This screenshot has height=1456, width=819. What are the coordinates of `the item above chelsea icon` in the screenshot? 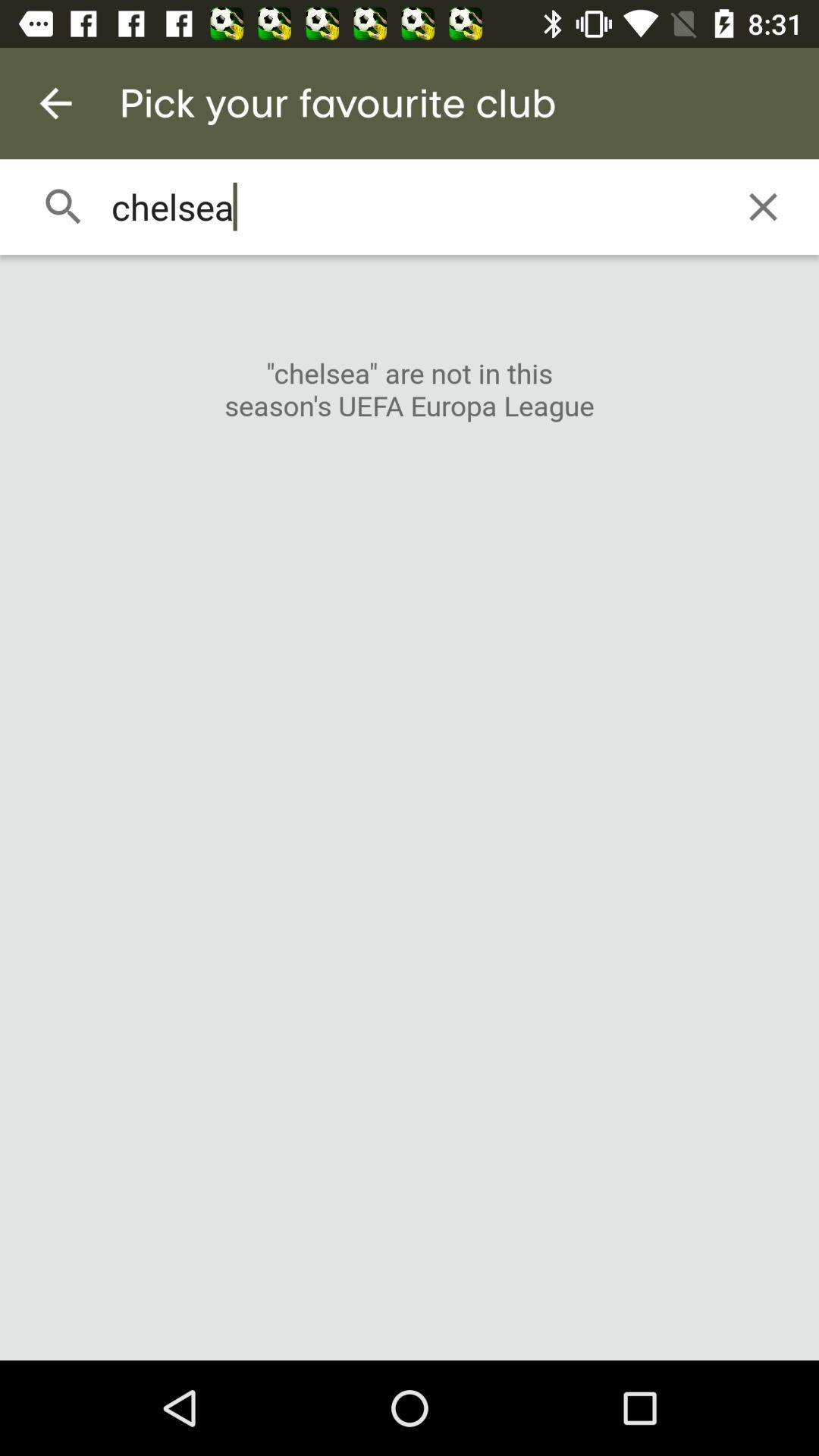 It's located at (55, 102).